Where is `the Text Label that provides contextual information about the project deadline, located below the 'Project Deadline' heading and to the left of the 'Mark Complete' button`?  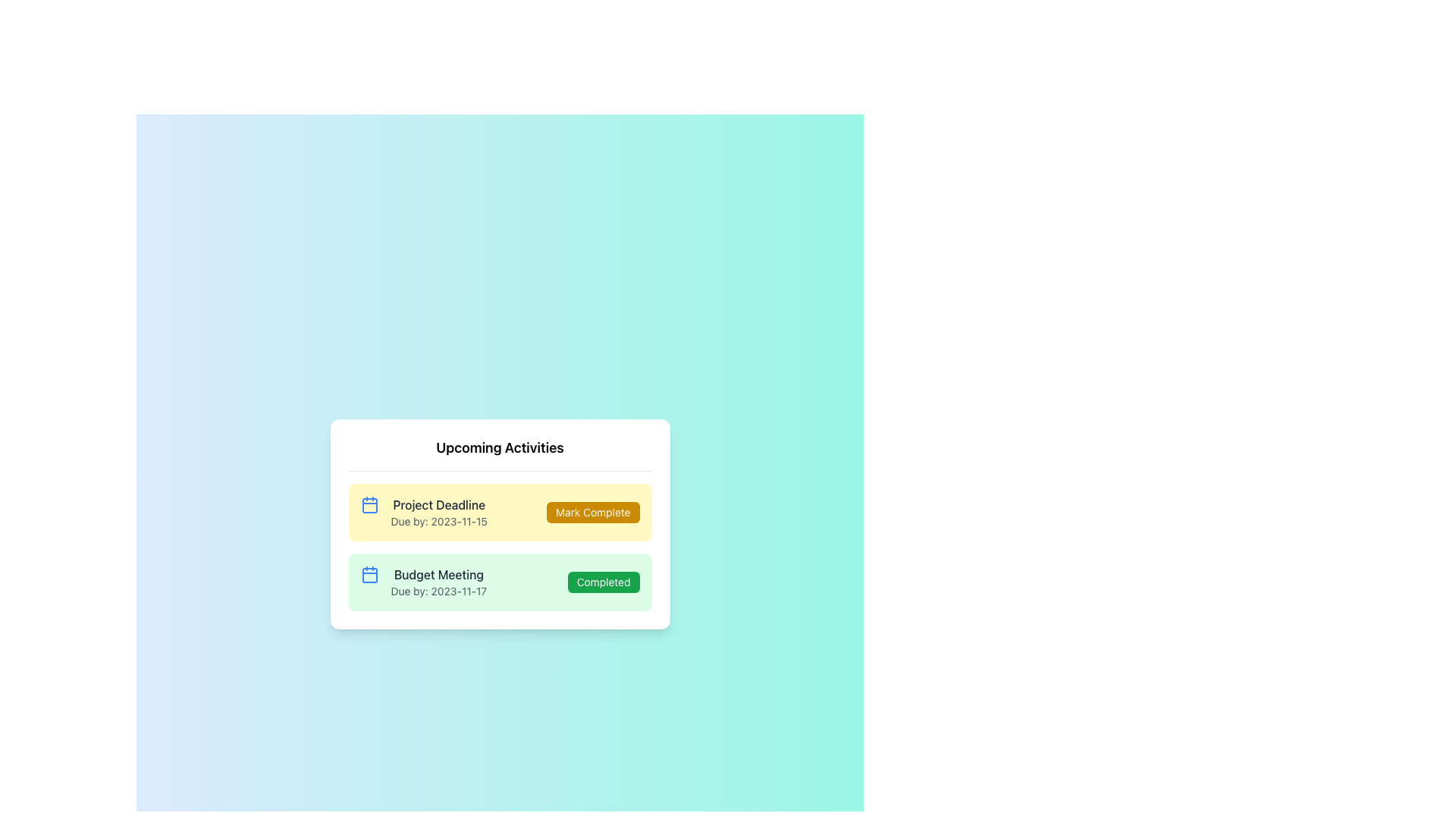 the Text Label that provides contextual information about the project deadline, located below the 'Project Deadline' heading and to the left of the 'Mark Complete' button is located at coordinates (438, 520).